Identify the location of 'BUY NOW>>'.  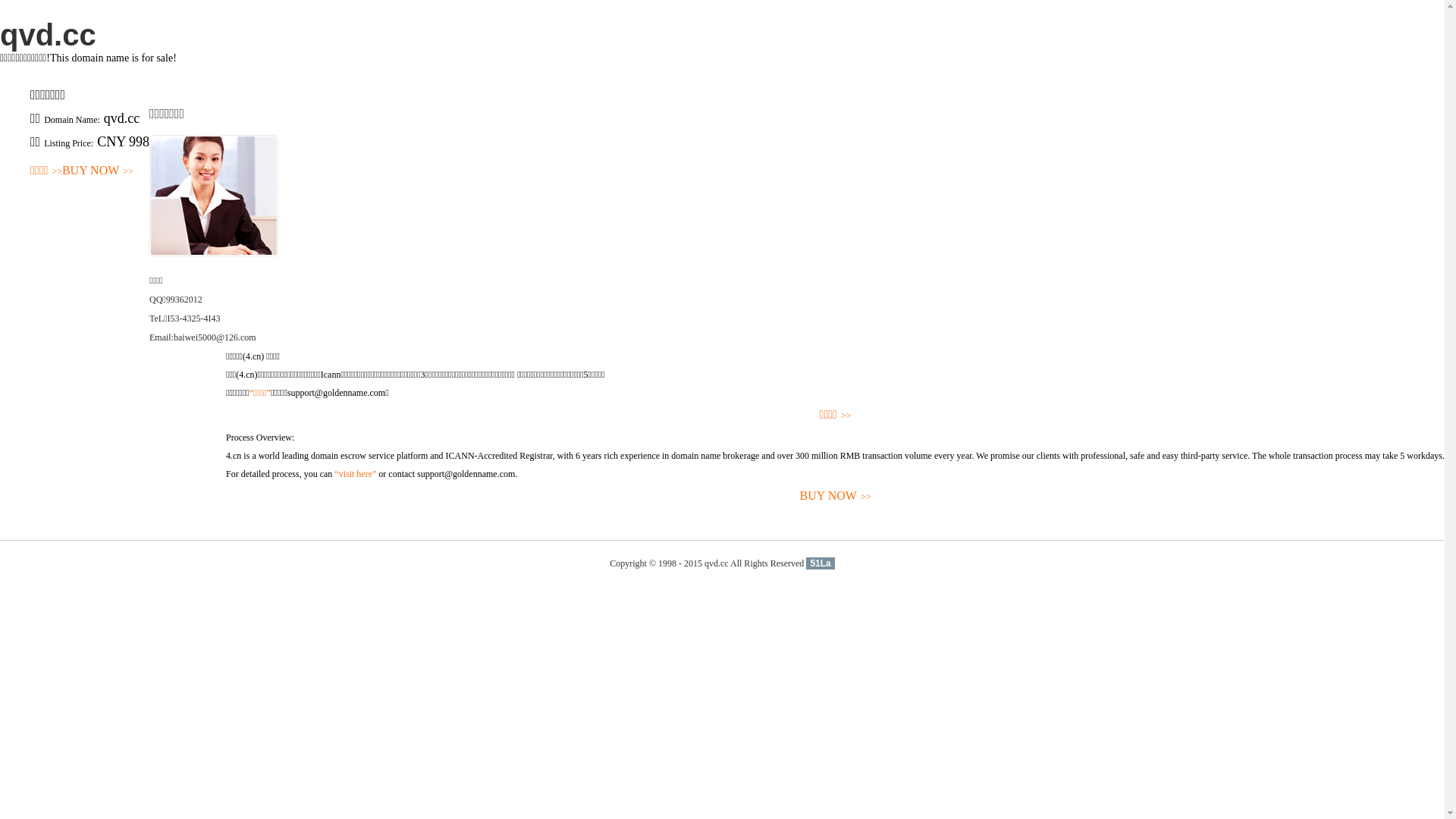
(97, 171).